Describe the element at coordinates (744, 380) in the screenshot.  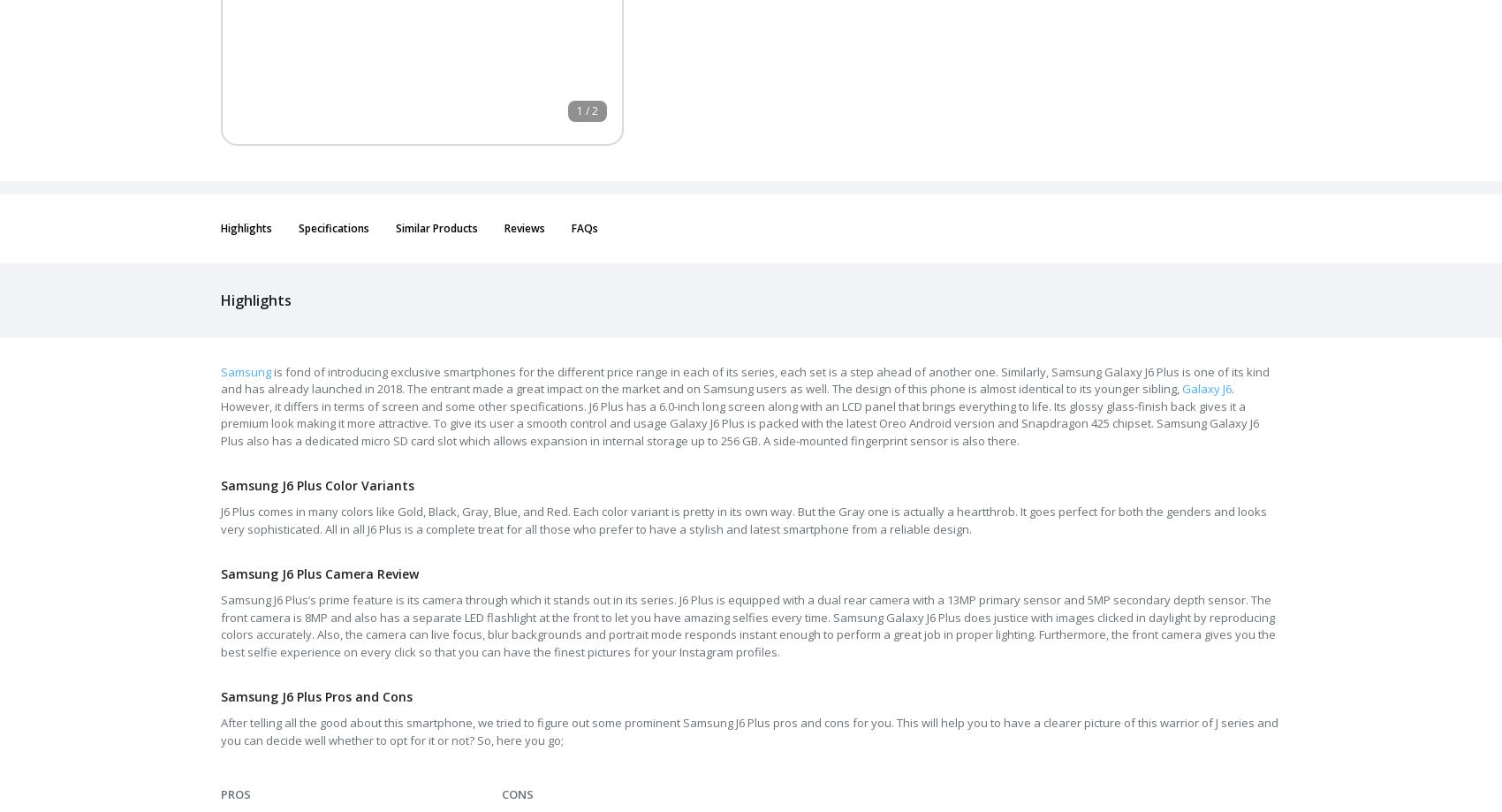
I see `'is fond of introducing exclusive smartphones for the different price range in each of its series, each set is a step ahead of another one. Similarly, Samsung Galaxy J6 Plus is one of its kind and has already launched in 2018. The entrant made a great impact on the market and on Samsung users as well. The design of this phone is almost identical to its younger sibling,'` at that location.